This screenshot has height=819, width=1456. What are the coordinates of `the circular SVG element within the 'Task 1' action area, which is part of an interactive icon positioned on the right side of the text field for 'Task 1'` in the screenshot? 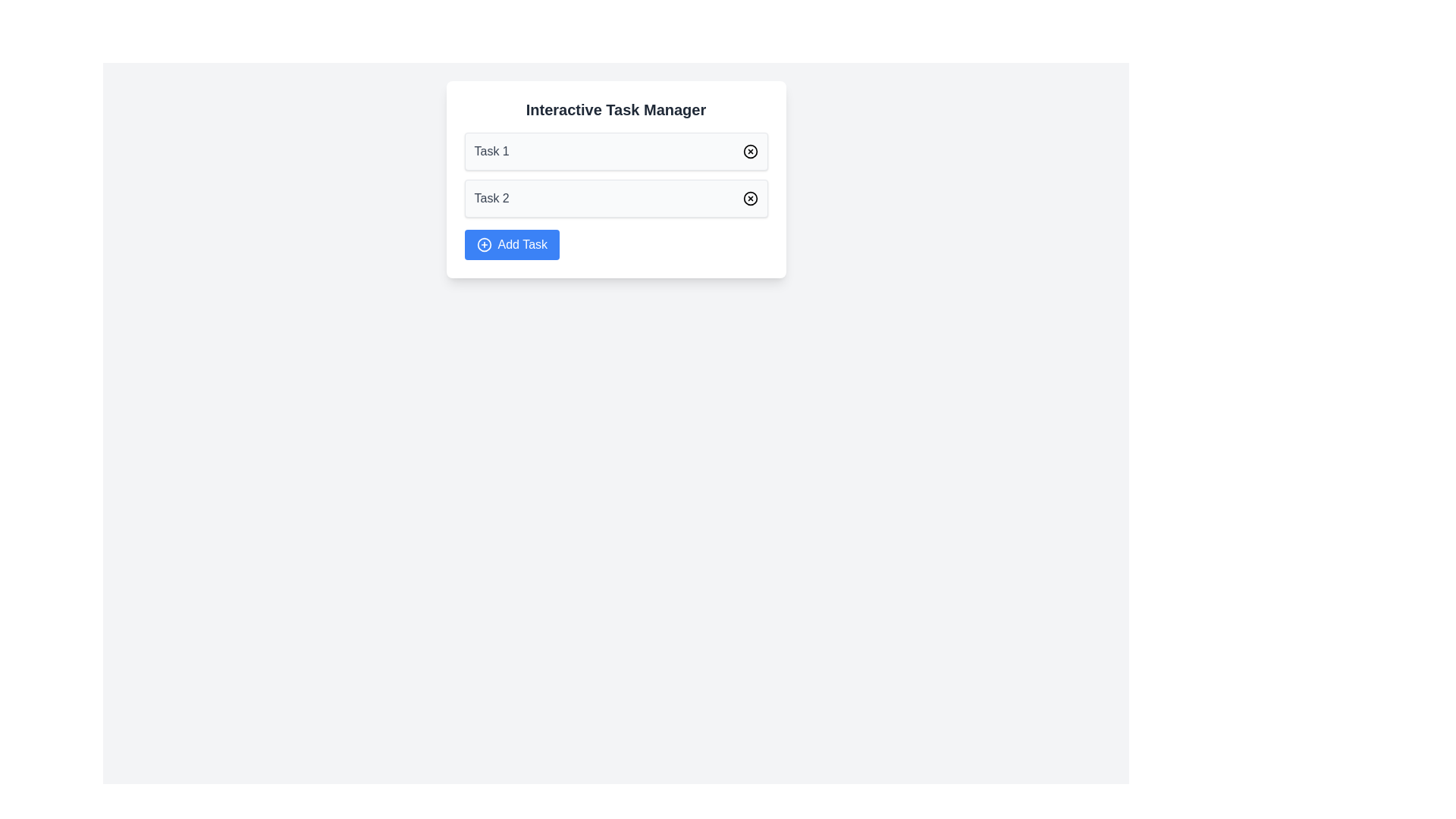 It's located at (750, 152).